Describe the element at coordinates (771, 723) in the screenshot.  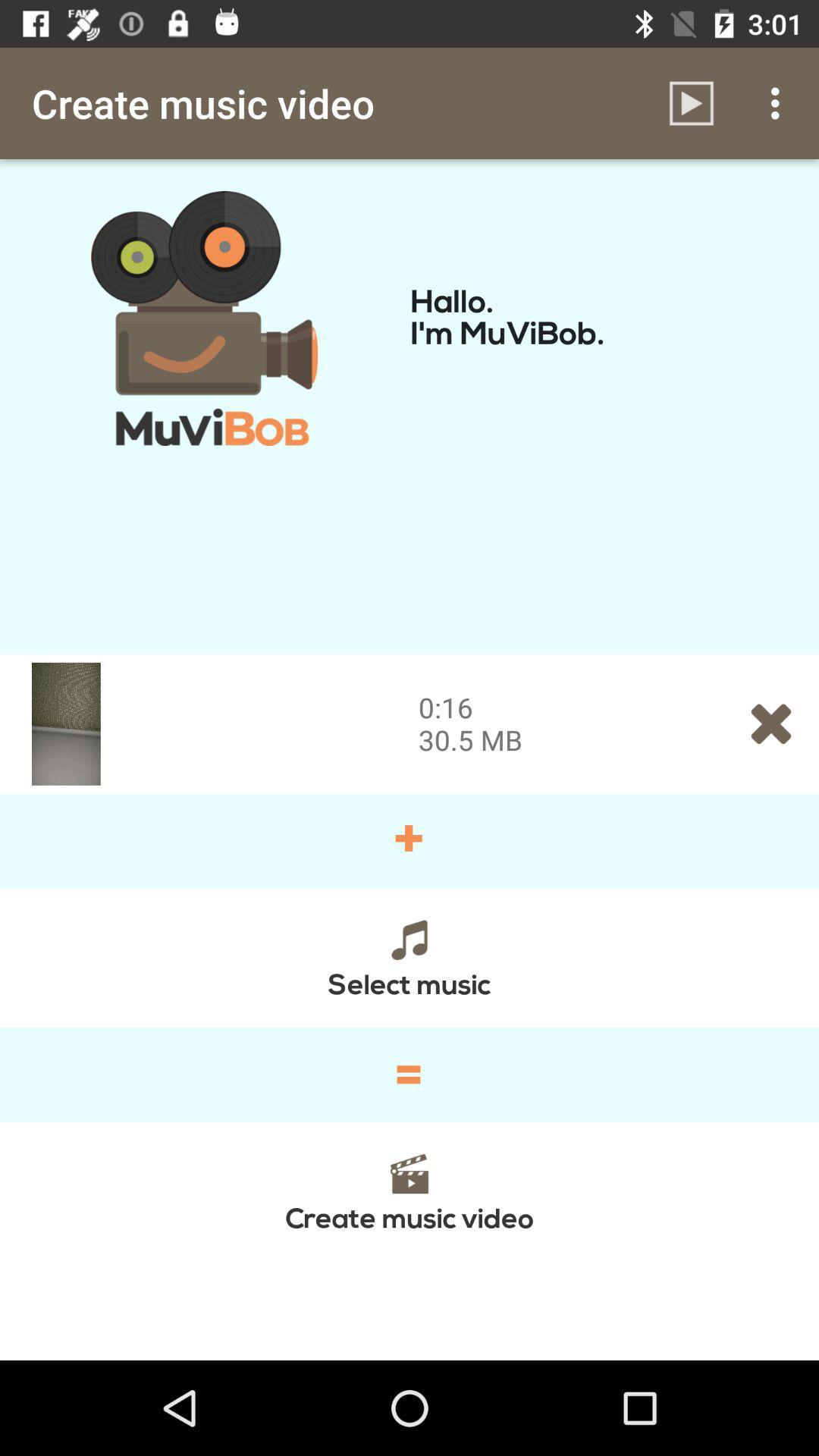
I see `the close icon` at that location.